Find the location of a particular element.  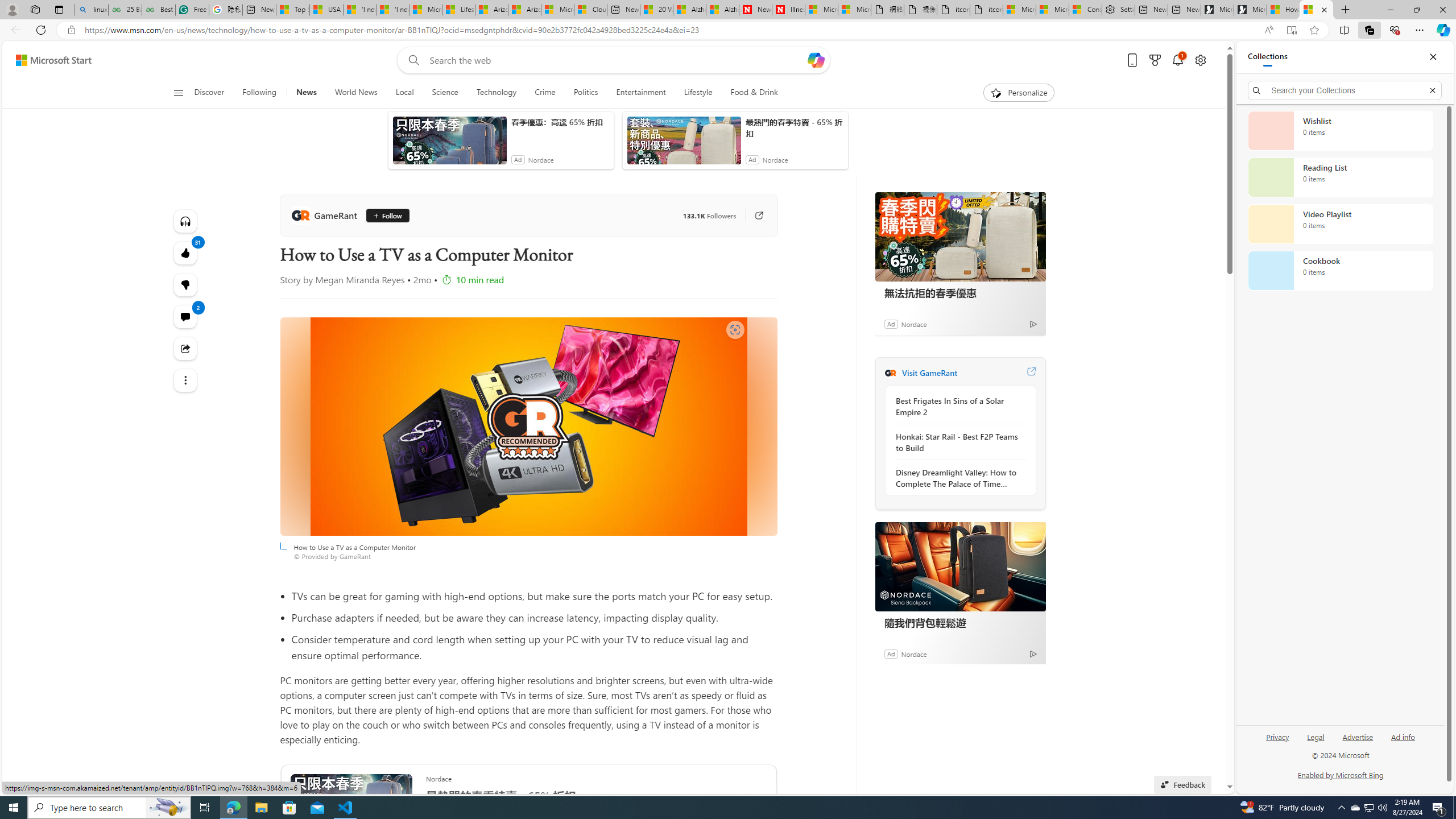

'Class: button-glyph' is located at coordinates (178, 92).